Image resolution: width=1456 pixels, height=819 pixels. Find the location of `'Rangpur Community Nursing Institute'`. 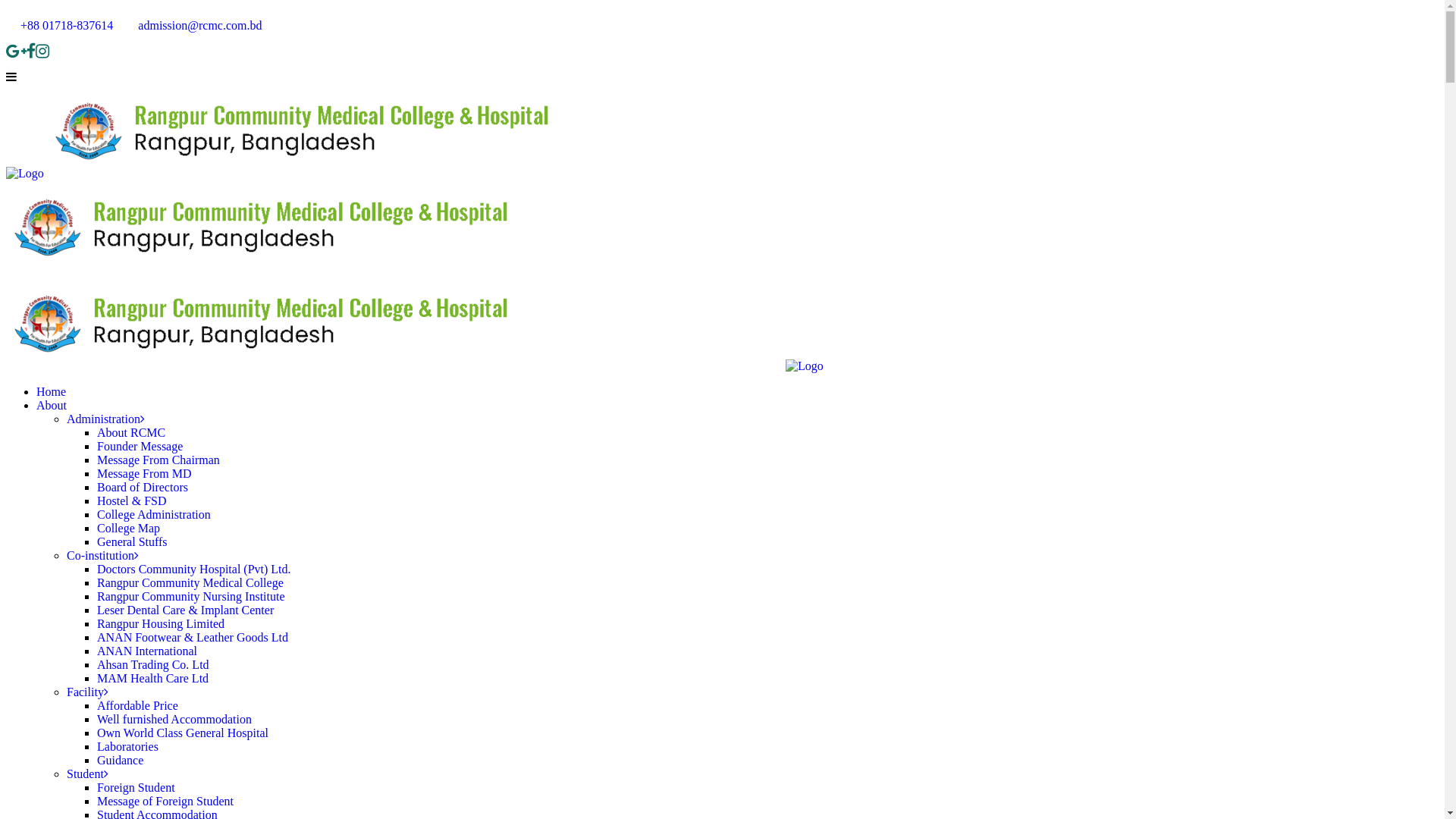

'Rangpur Community Nursing Institute' is located at coordinates (190, 595).